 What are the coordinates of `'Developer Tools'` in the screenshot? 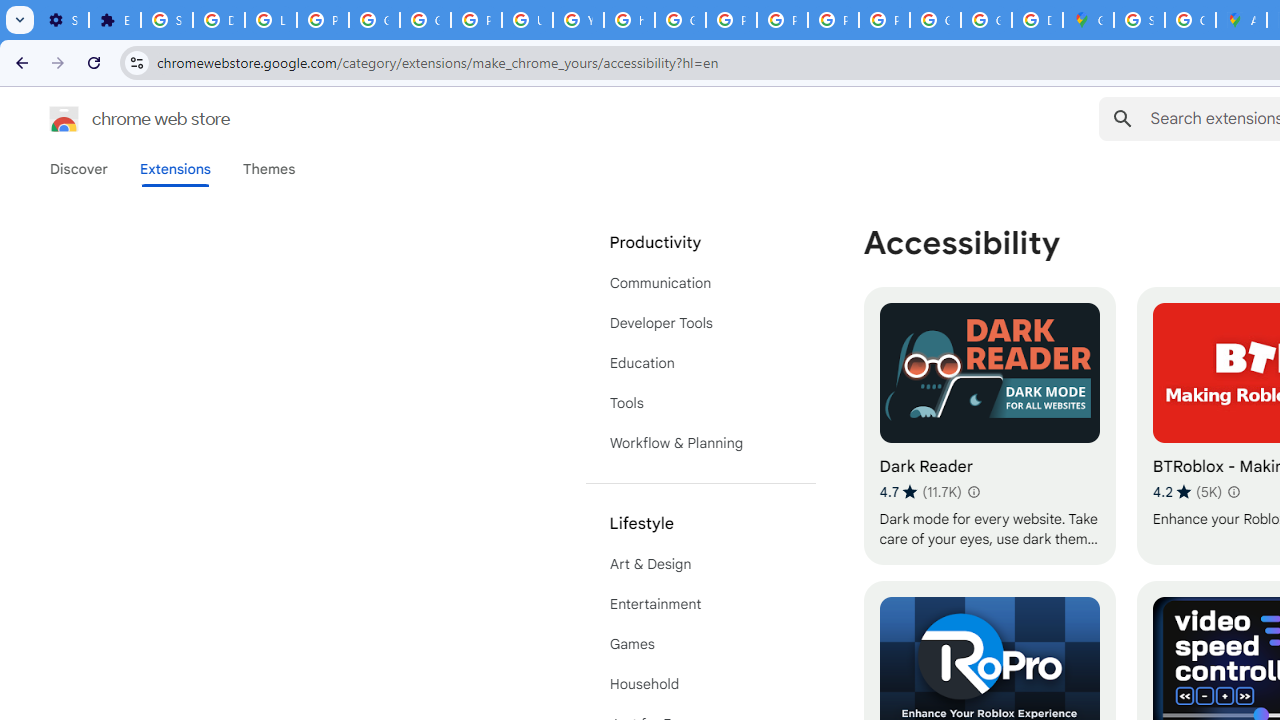 It's located at (700, 321).